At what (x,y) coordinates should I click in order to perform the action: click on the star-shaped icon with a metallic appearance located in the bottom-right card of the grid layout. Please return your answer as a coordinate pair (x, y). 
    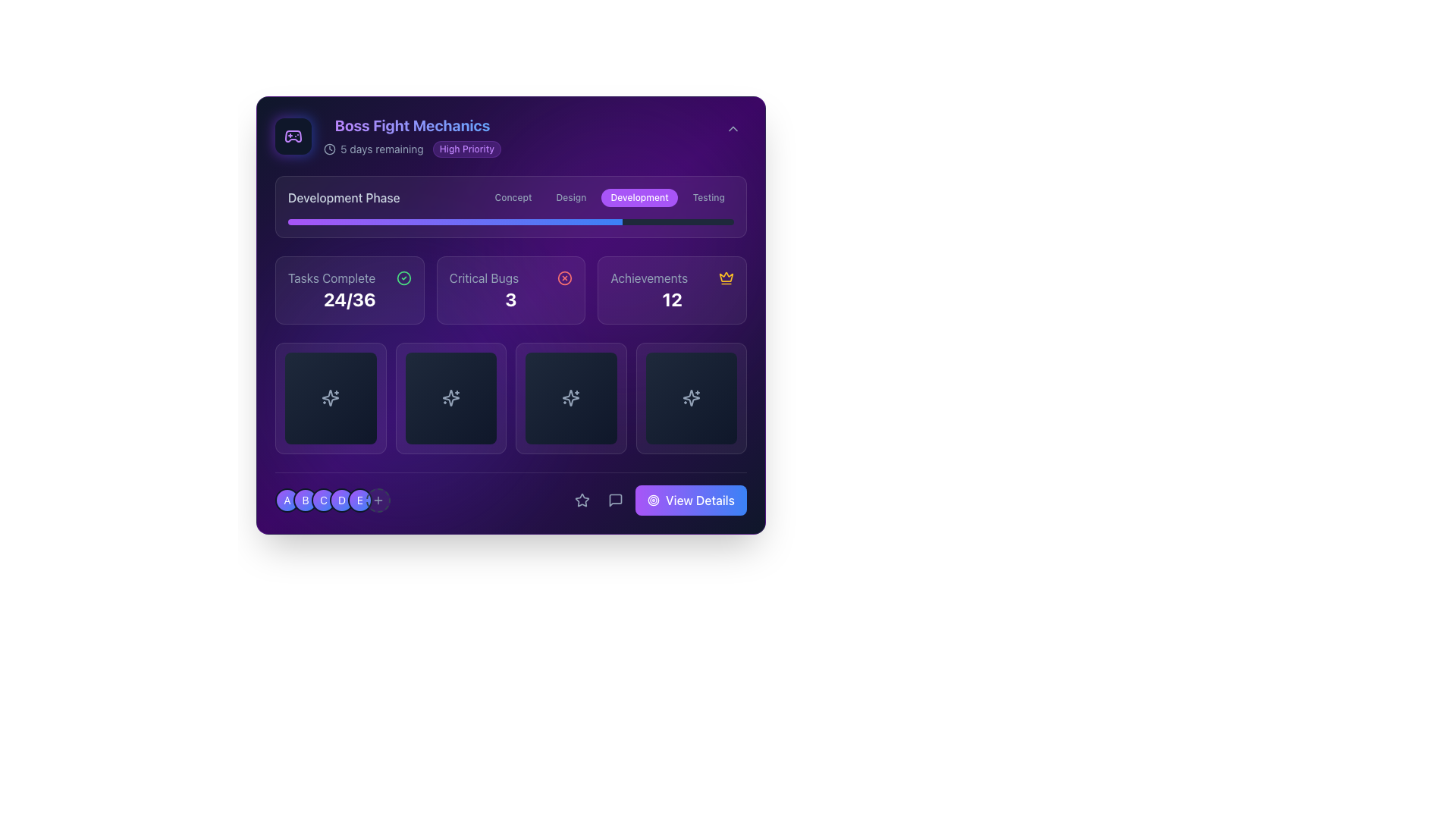
    Looking at the image, I should click on (690, 397).